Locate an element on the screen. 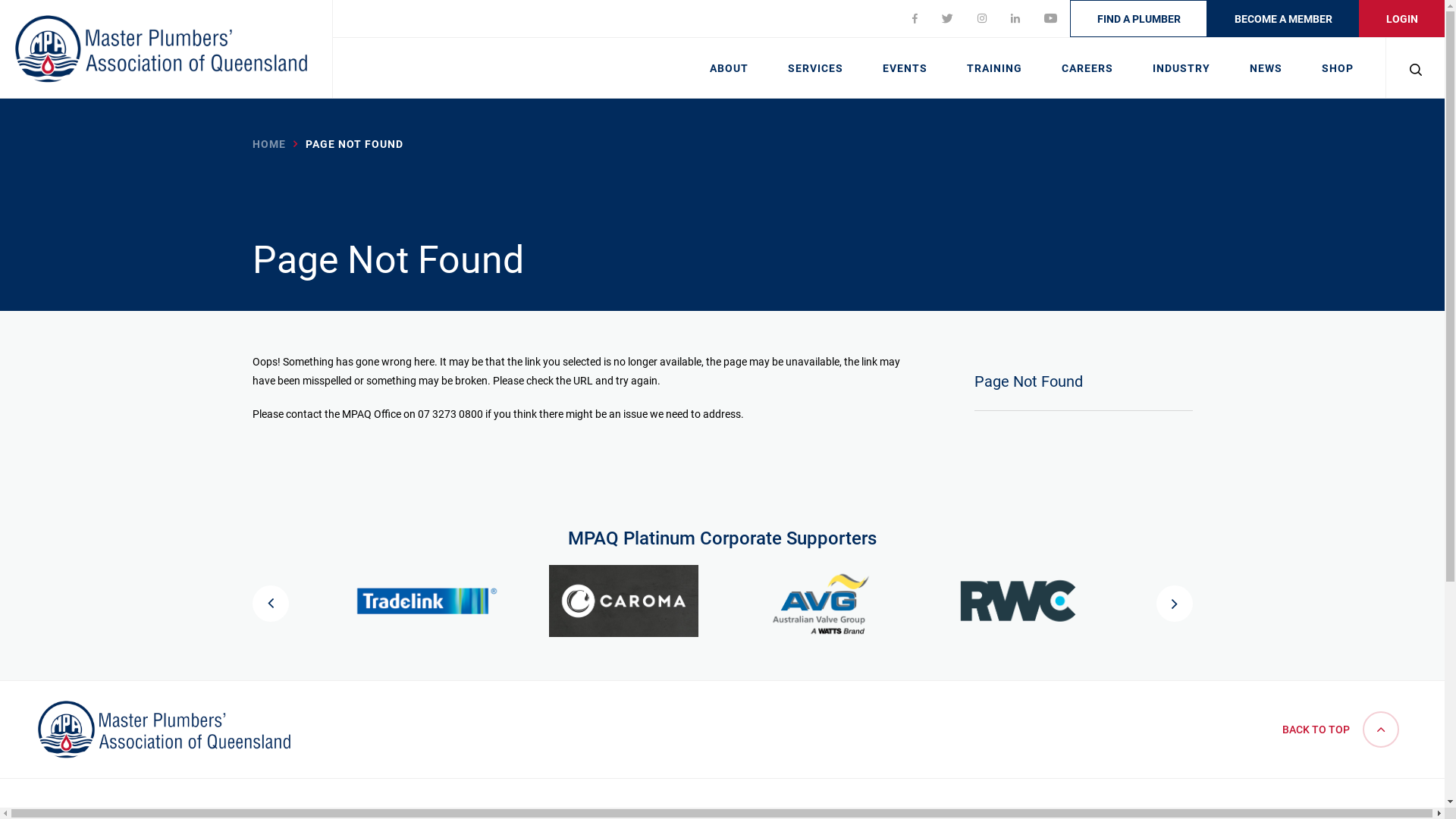 This screenshot has height=819, width=1456. 'INDUSTRY' is located at coordinates (1181, 66).